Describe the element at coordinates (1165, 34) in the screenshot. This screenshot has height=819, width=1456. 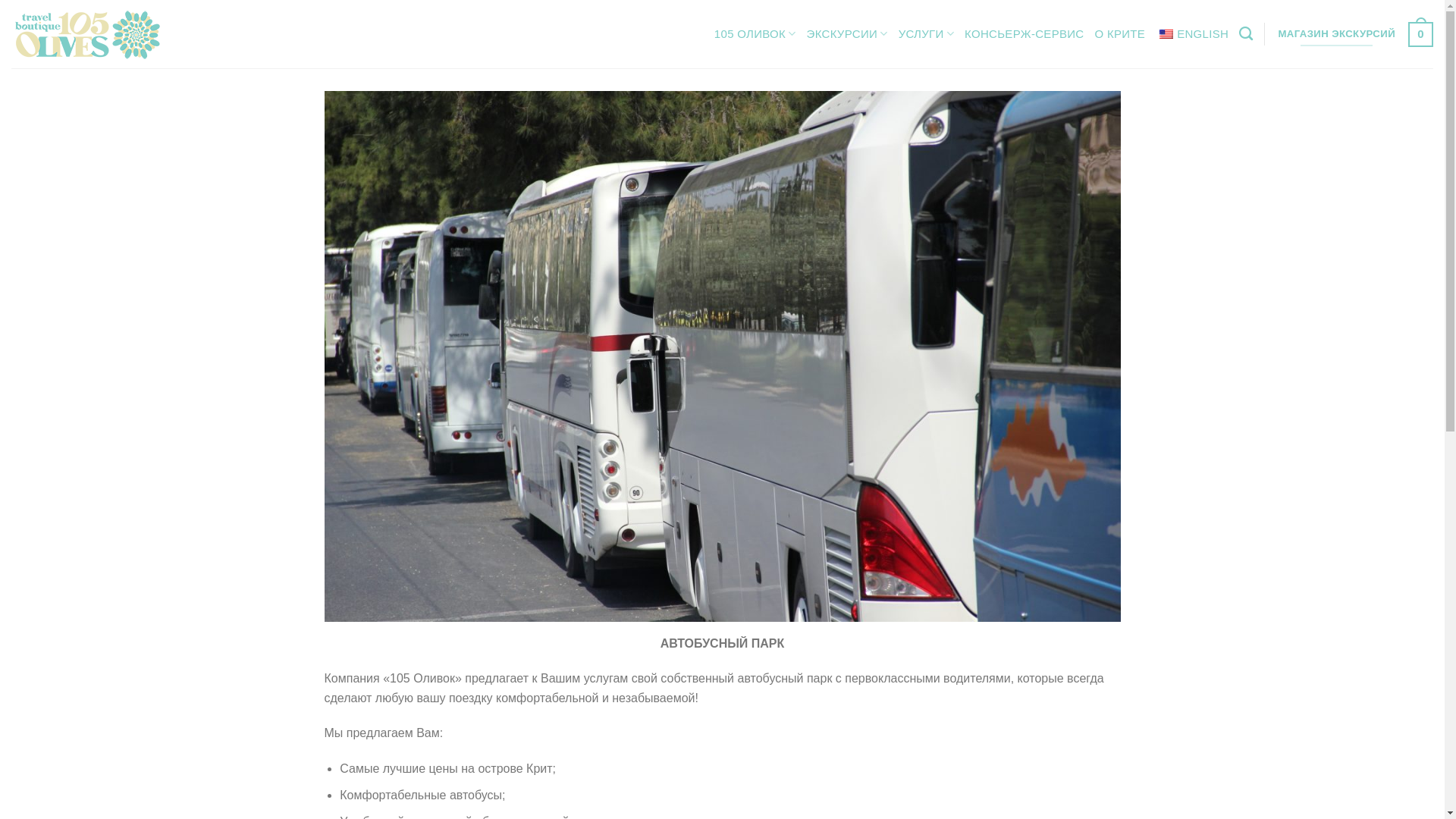
I see `'English'` at that location.